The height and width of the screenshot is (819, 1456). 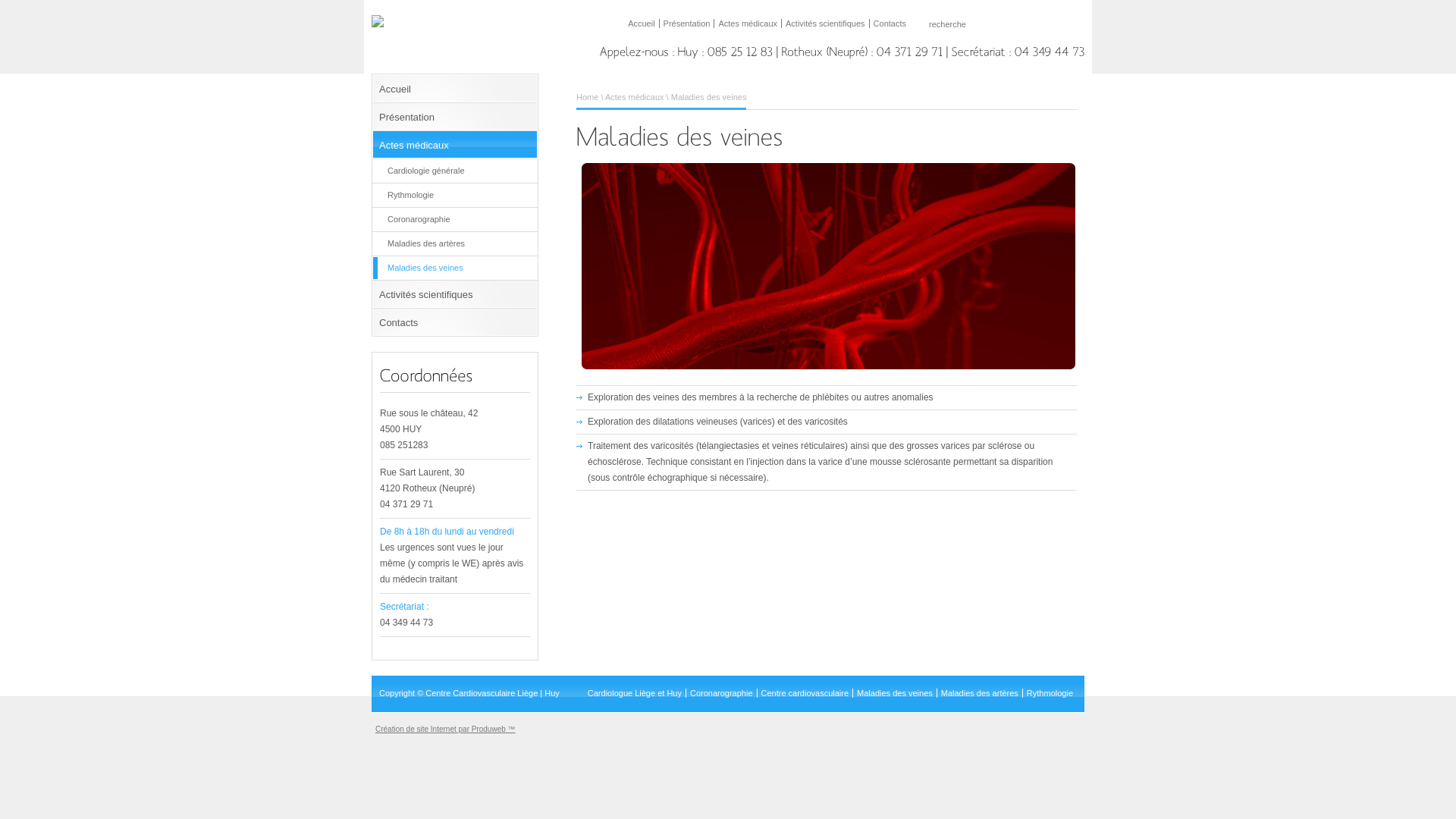 I want to click on 'Home', so click(x=586, y=96).